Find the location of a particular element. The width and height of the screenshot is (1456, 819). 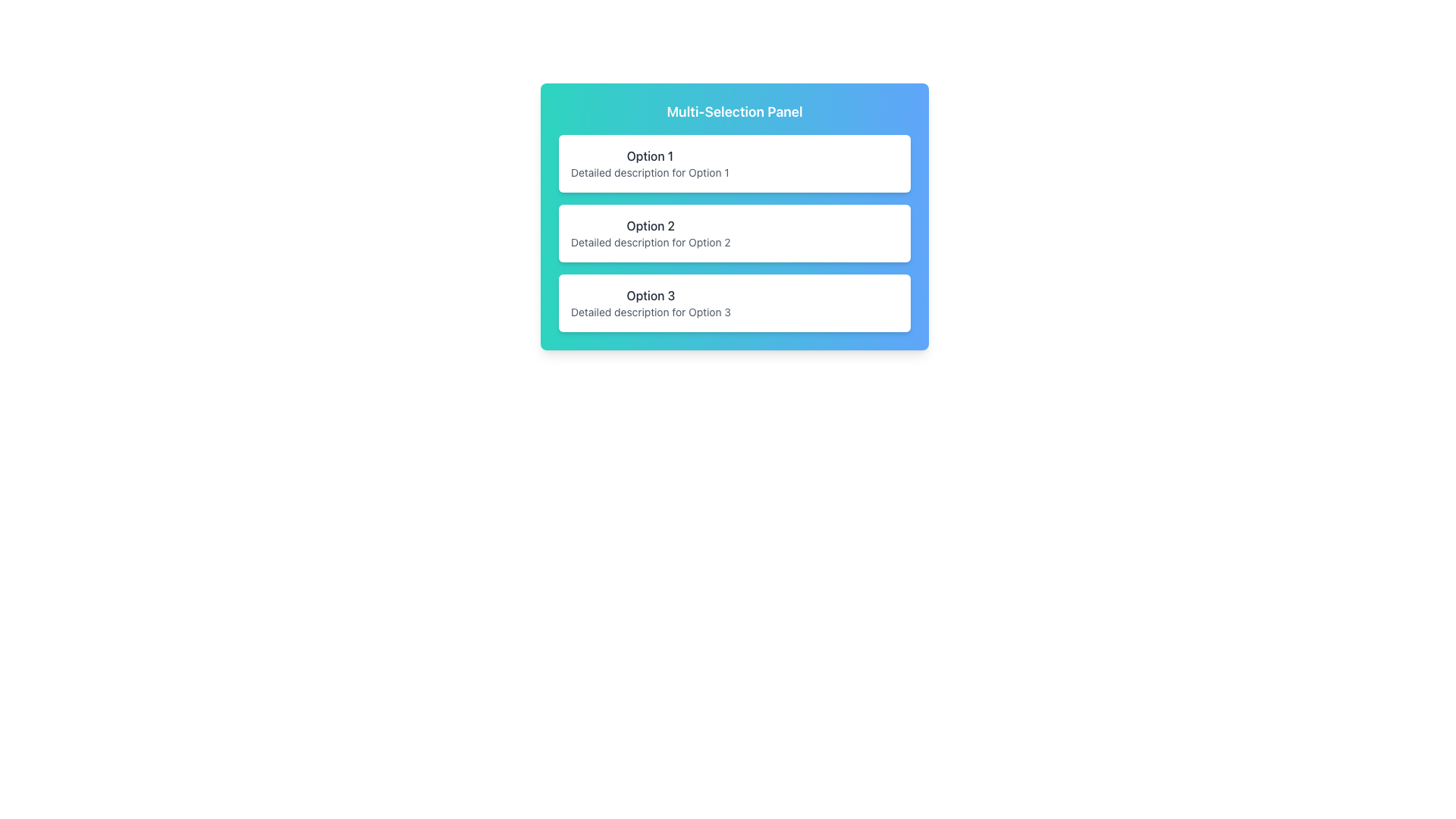

the selectable Text label located in the bottommost panel of a vertically stacked list, directly above the description for Option 3 is located at coordinates (651, 295).